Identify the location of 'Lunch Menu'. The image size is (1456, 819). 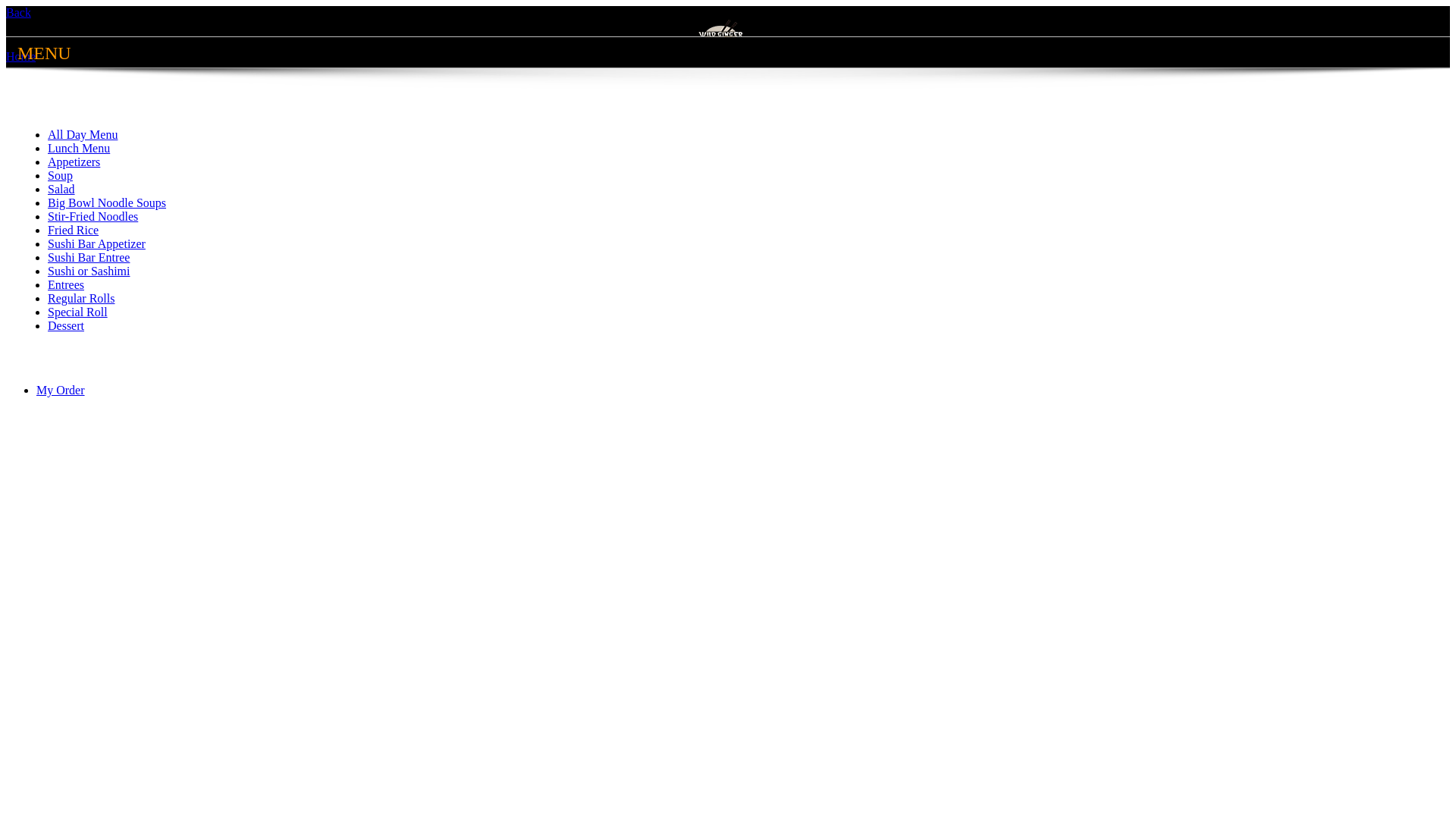
(78, 148).